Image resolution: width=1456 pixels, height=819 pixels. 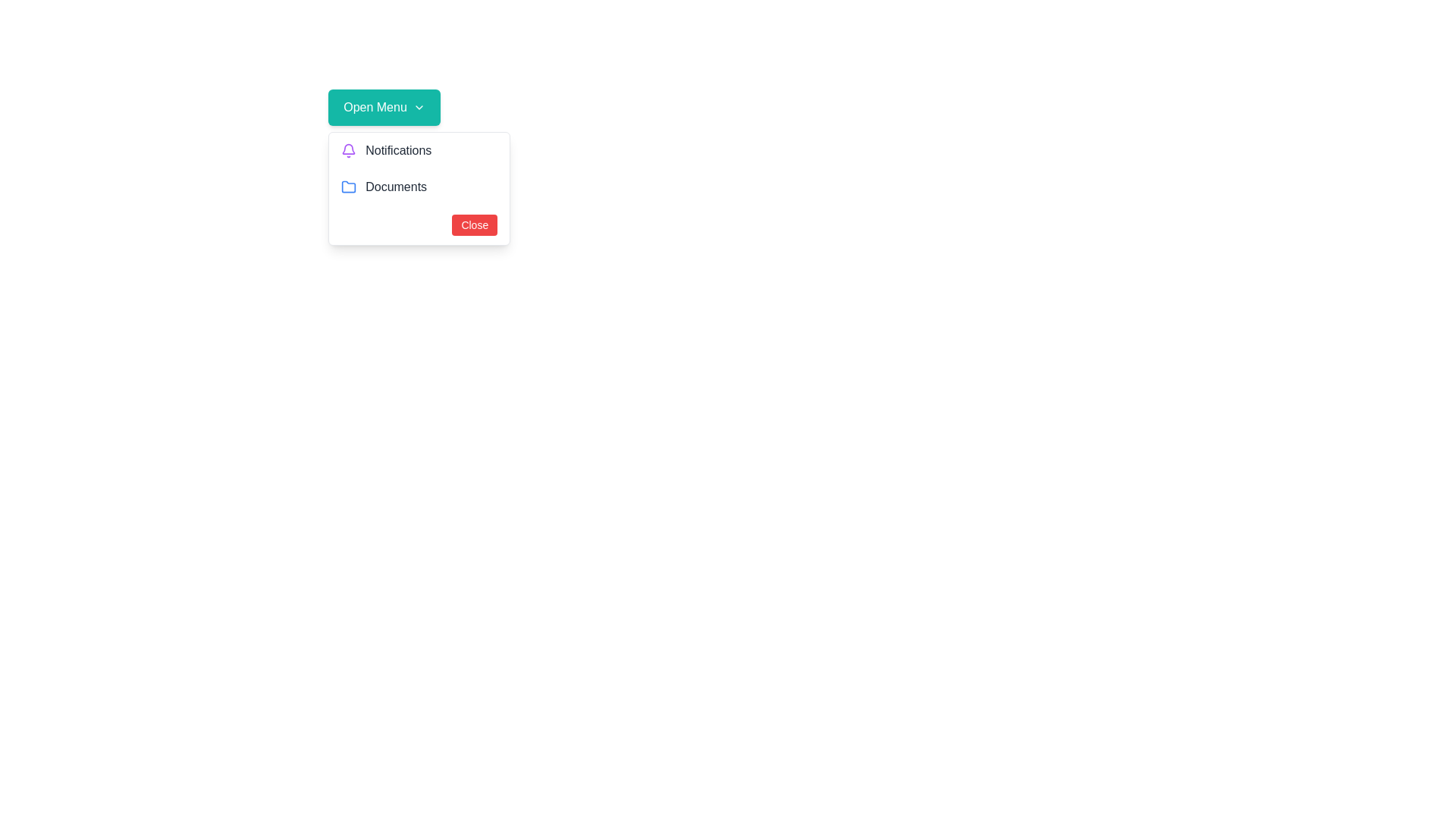 What do you see at coordinates (419, 107) in the screenshot?
I see `the dropdown indicator SVG icon located to the right side of the 'Open Menu' button` at bounding box center [419, 107].